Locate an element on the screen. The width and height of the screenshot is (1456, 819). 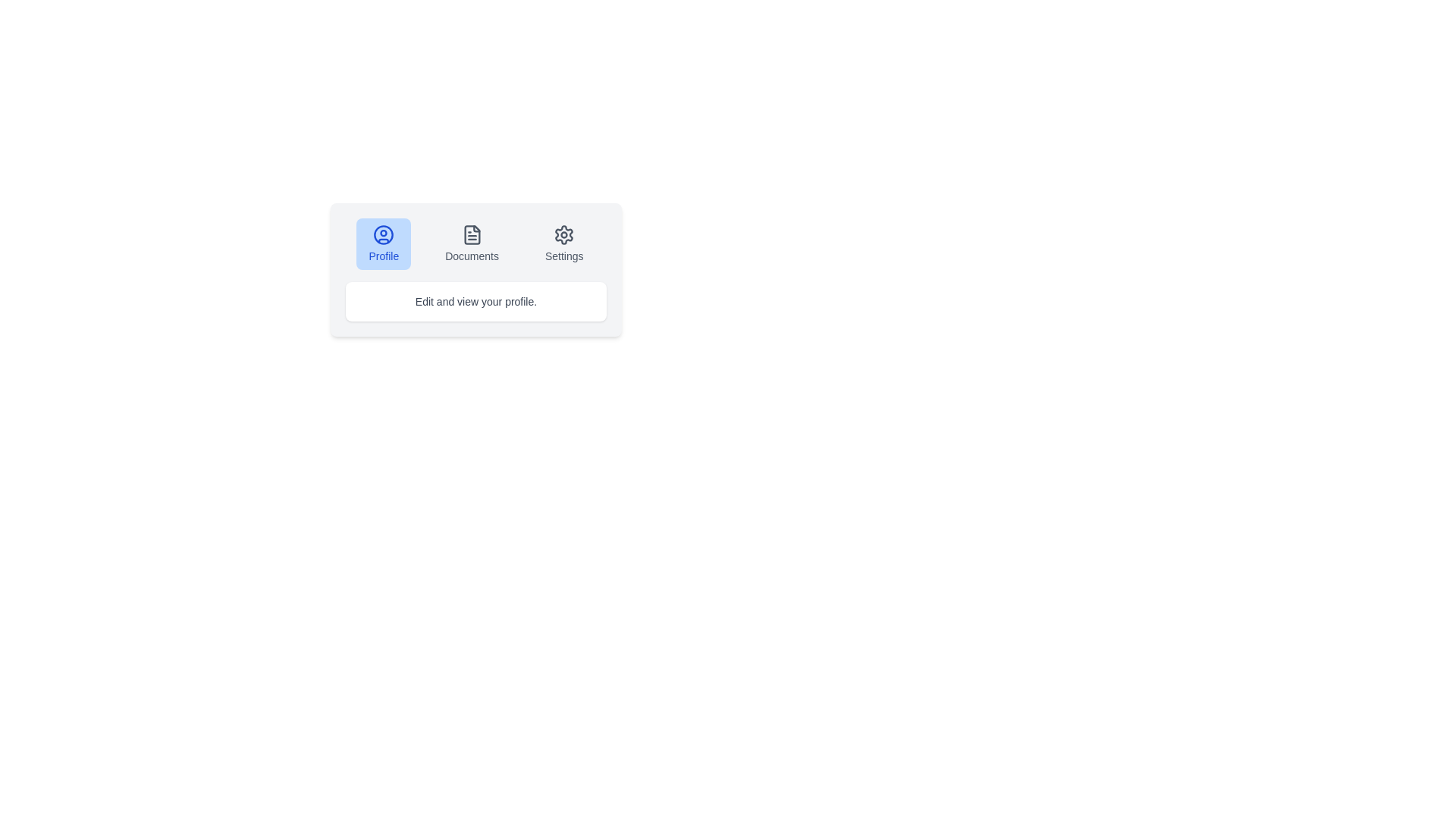
informational text box that instructs users to 'Edit and view your profile.' located centrally below the options 'Profile,' 'Documents,' and 'Settings.' is located at coordinates (475, 301).